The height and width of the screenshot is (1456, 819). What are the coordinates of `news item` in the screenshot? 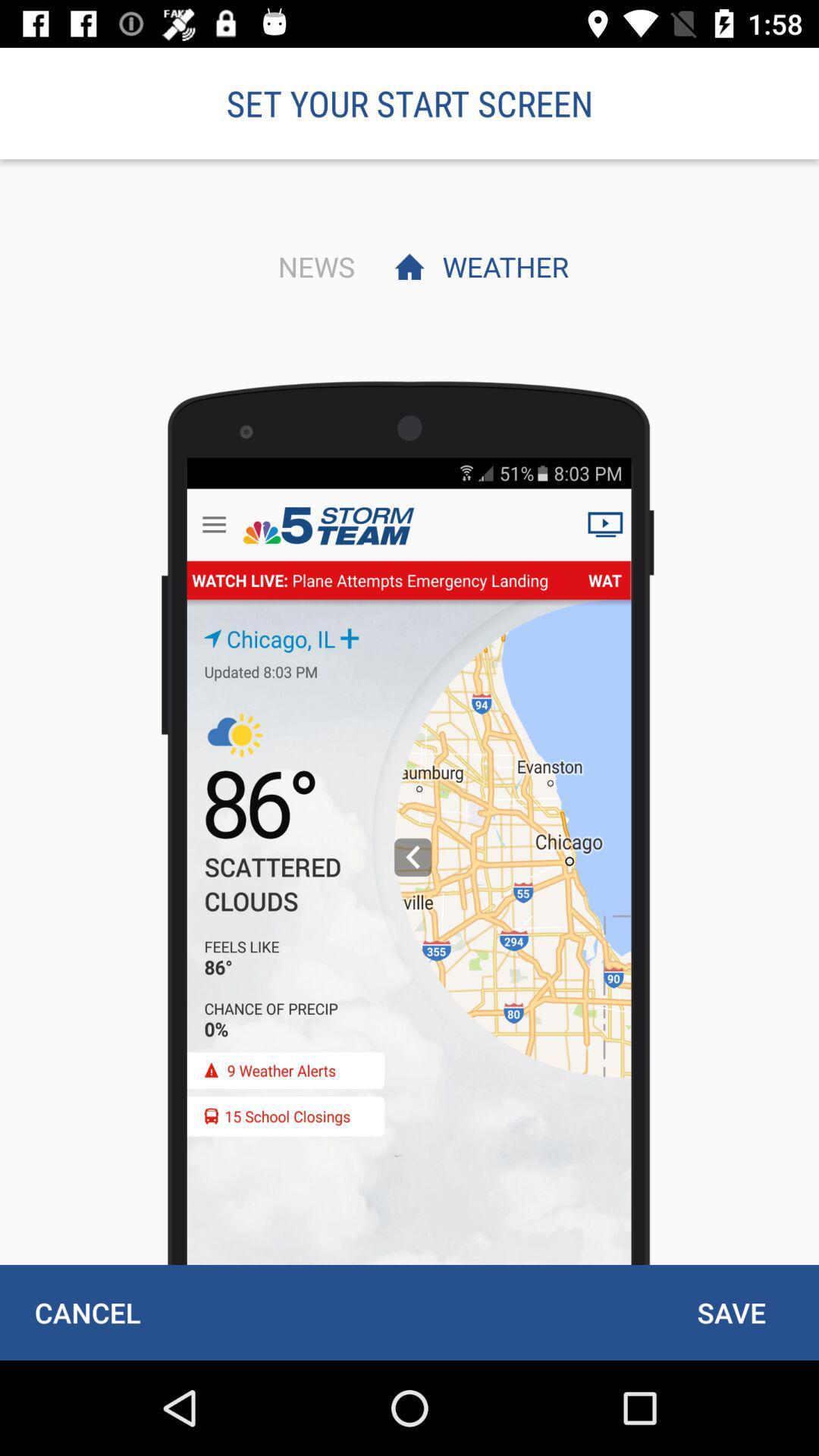 It's located at (312, 266).